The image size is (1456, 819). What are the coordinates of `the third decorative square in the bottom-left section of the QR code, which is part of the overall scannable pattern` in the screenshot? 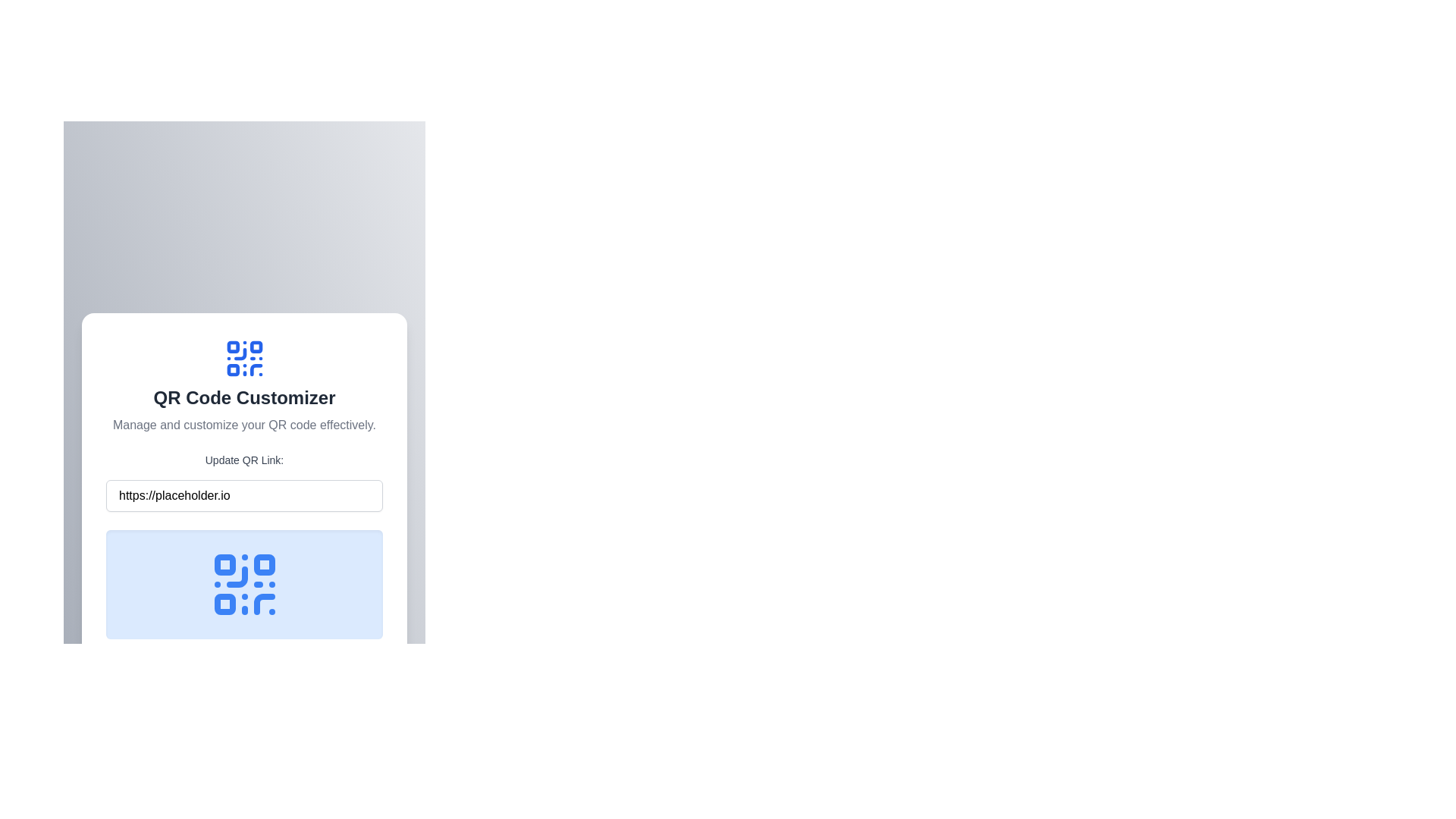 It's located at (232, 370).